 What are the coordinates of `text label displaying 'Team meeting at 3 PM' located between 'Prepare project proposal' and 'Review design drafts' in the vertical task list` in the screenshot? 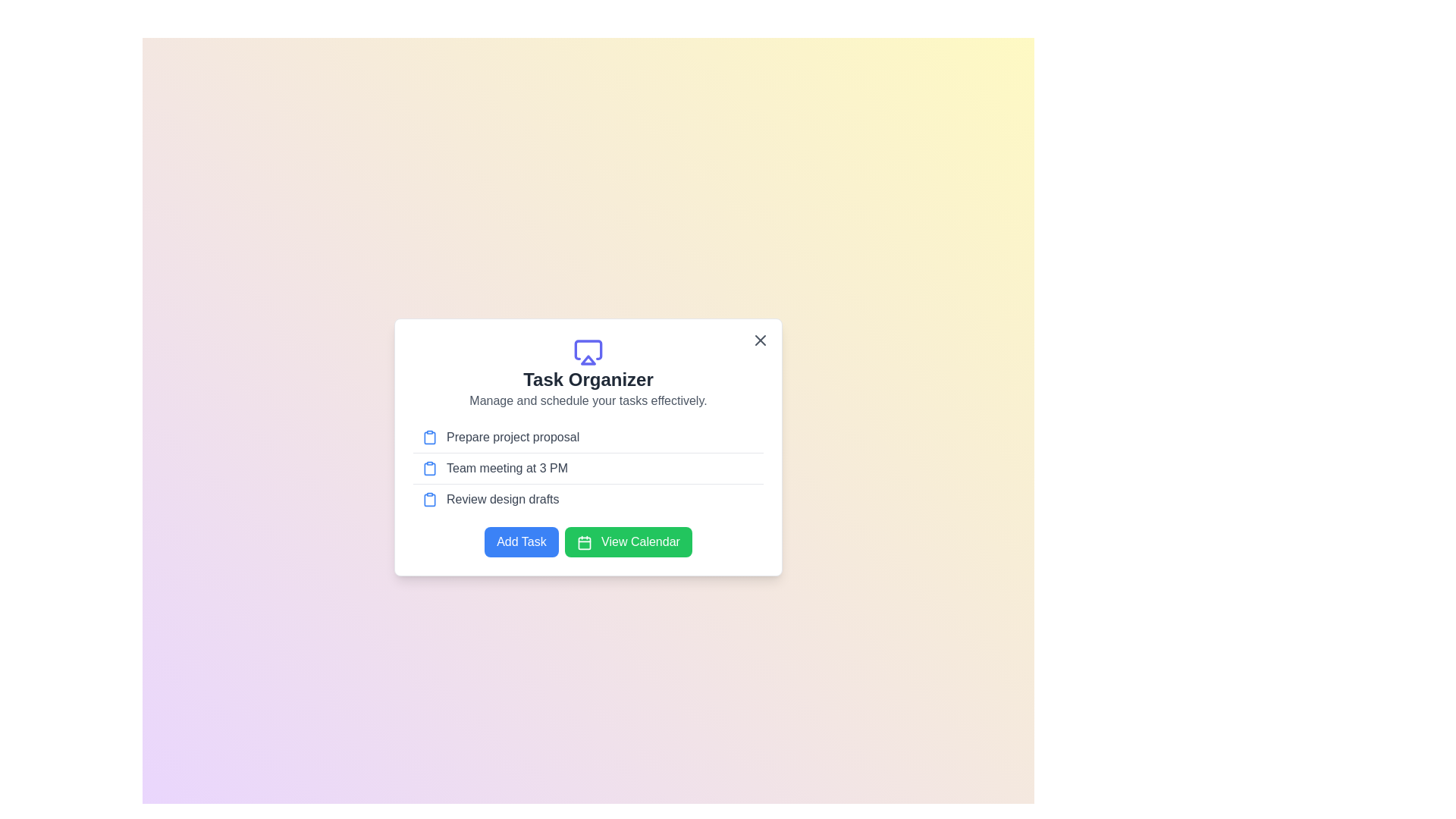 It's located at (507, 467).